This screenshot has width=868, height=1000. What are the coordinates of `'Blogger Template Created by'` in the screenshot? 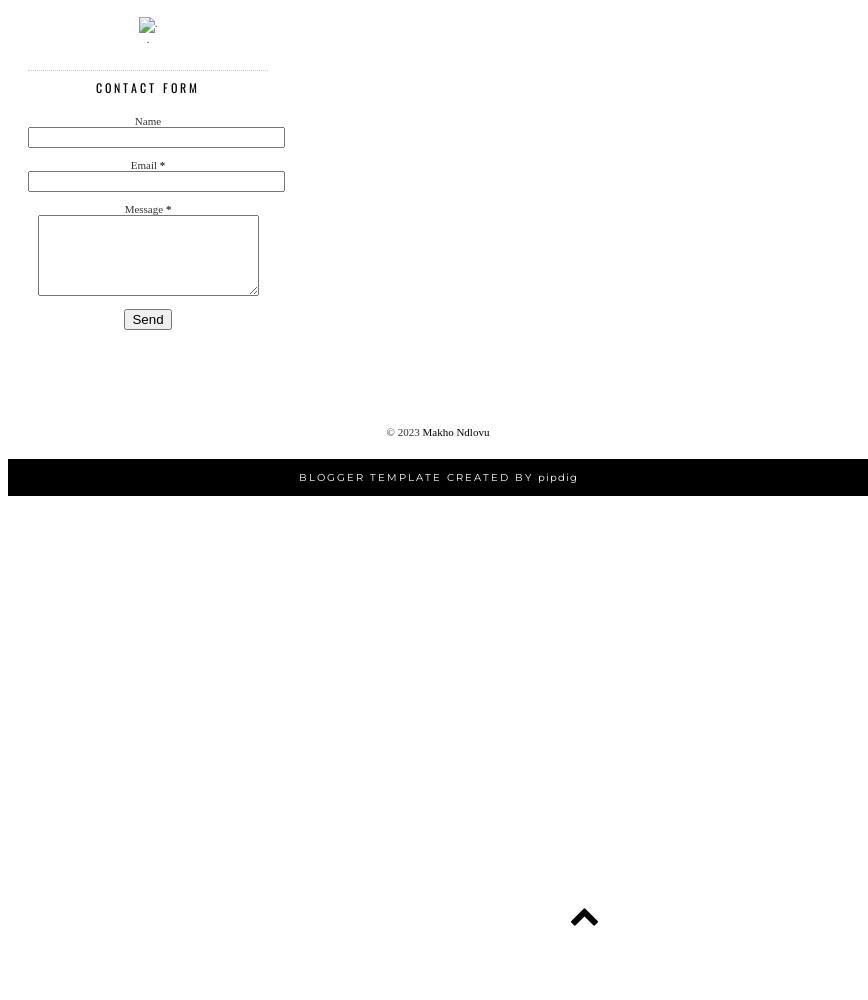 It's located at (297, 476).